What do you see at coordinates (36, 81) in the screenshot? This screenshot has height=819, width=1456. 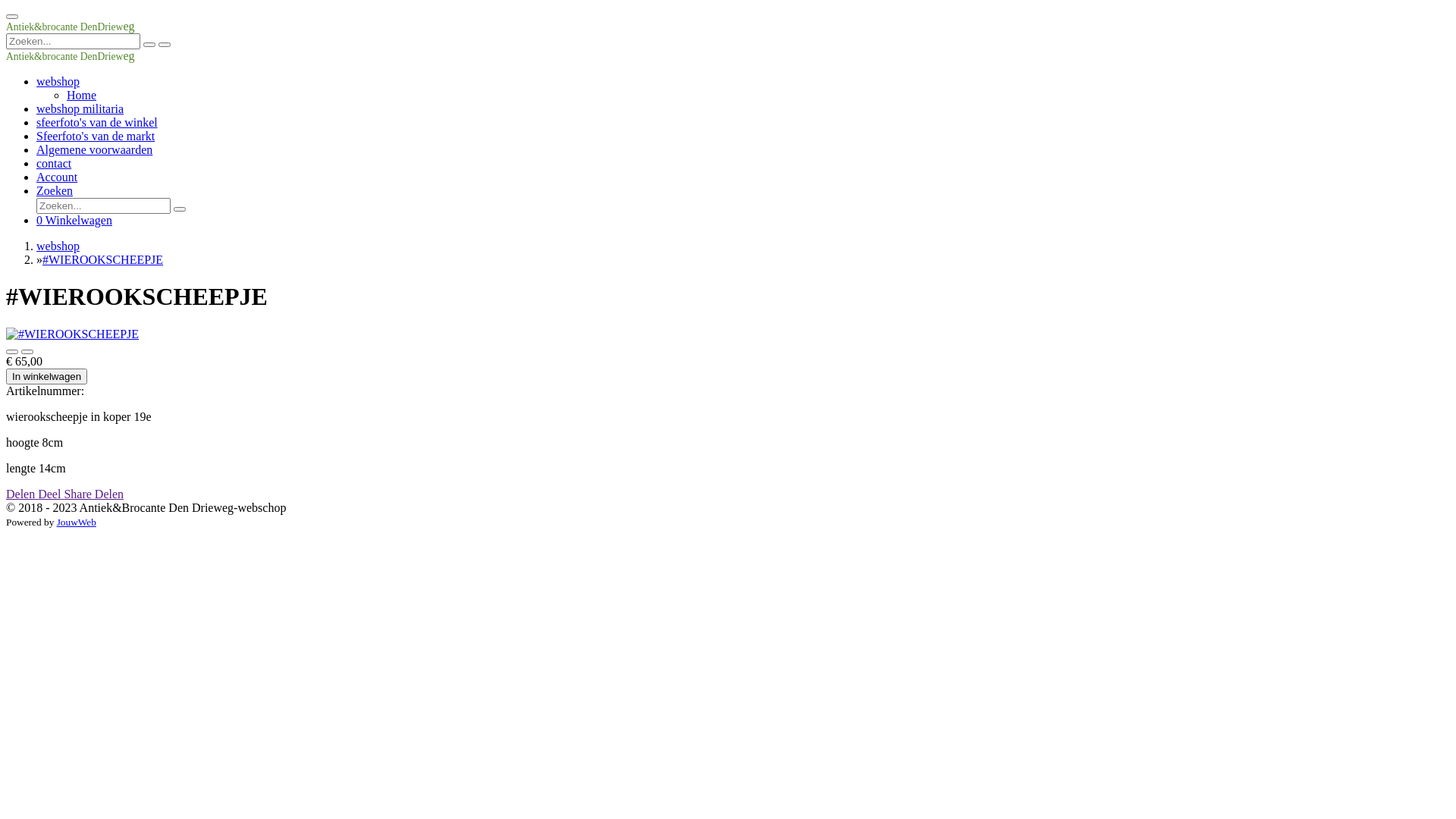 I see `'webshop'` at bounding box center [36, 81].